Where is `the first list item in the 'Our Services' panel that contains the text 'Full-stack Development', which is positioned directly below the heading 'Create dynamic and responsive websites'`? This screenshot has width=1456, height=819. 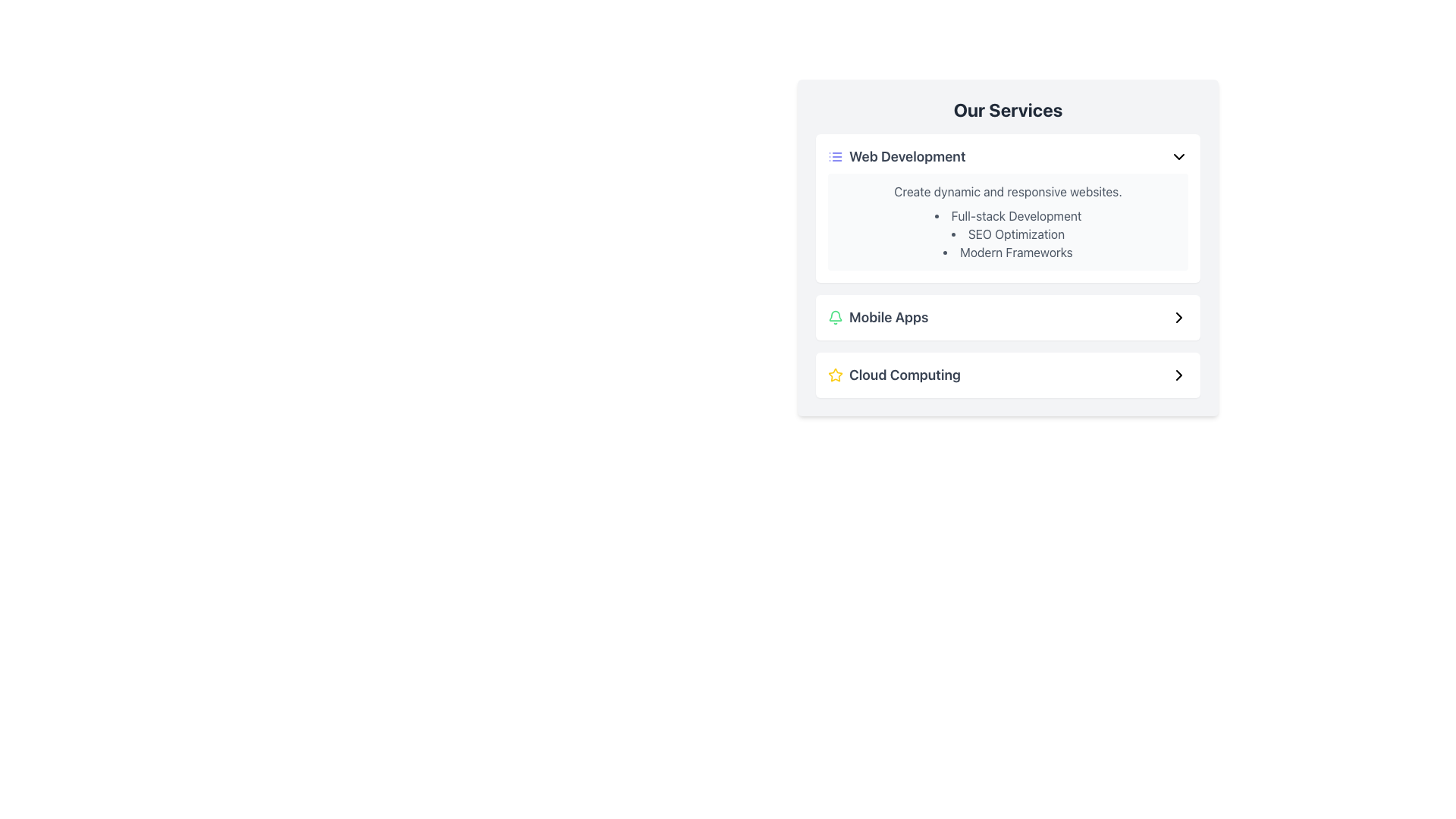 the first list item in the 'Our Services' panel that contains the text 'Full-stack Development', which is positioned directly below the heading 'Create dynamic and responsive websites' is located at coordinates (1008, 216).